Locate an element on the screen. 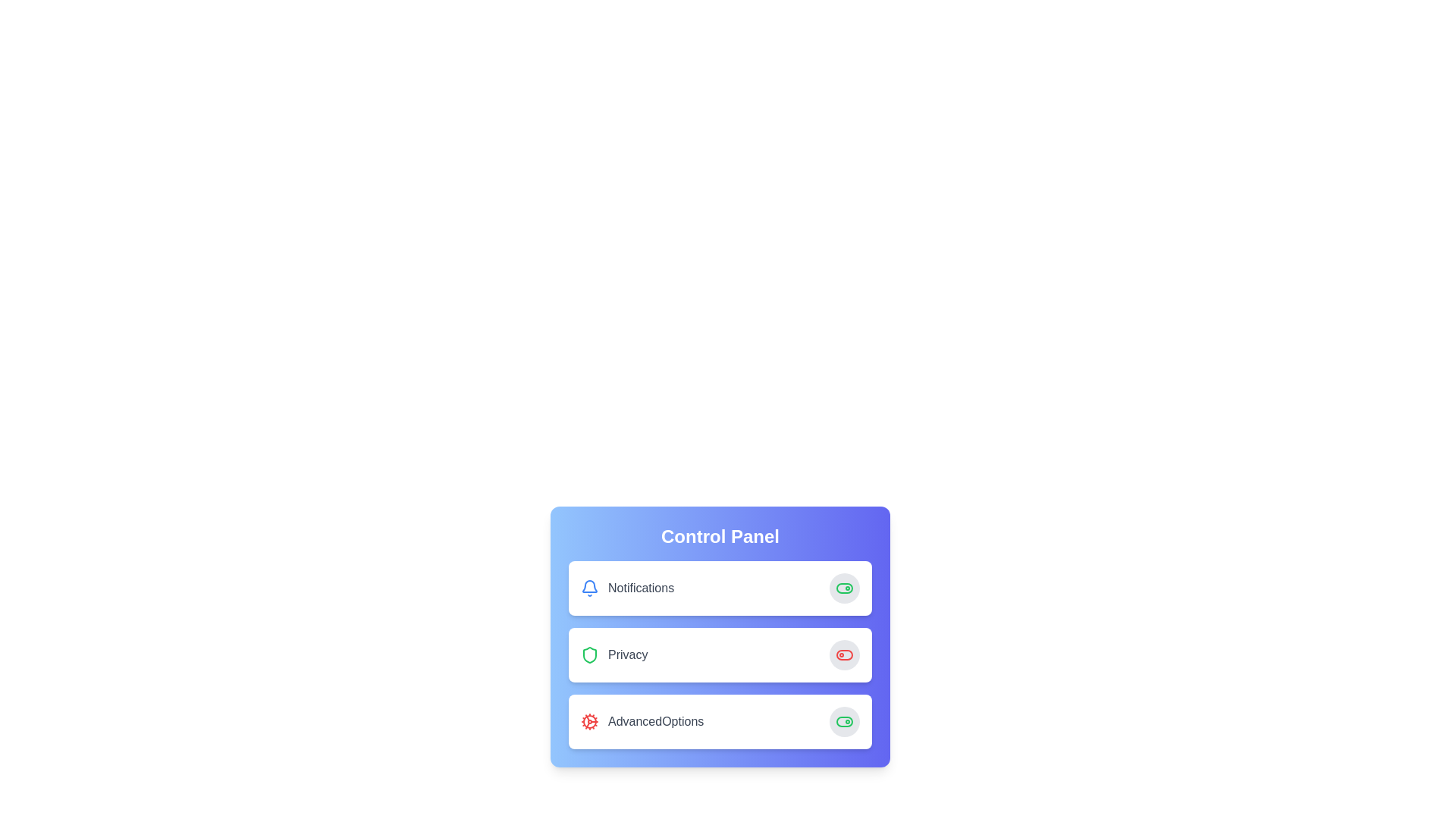 The width and height of the screenshot is (1456, 819). the text label located in the second row of the control panel interface, which indicates the category or type of setting being displayed, positioned to the right of a green shield icon is located at coordinates (628, 654).